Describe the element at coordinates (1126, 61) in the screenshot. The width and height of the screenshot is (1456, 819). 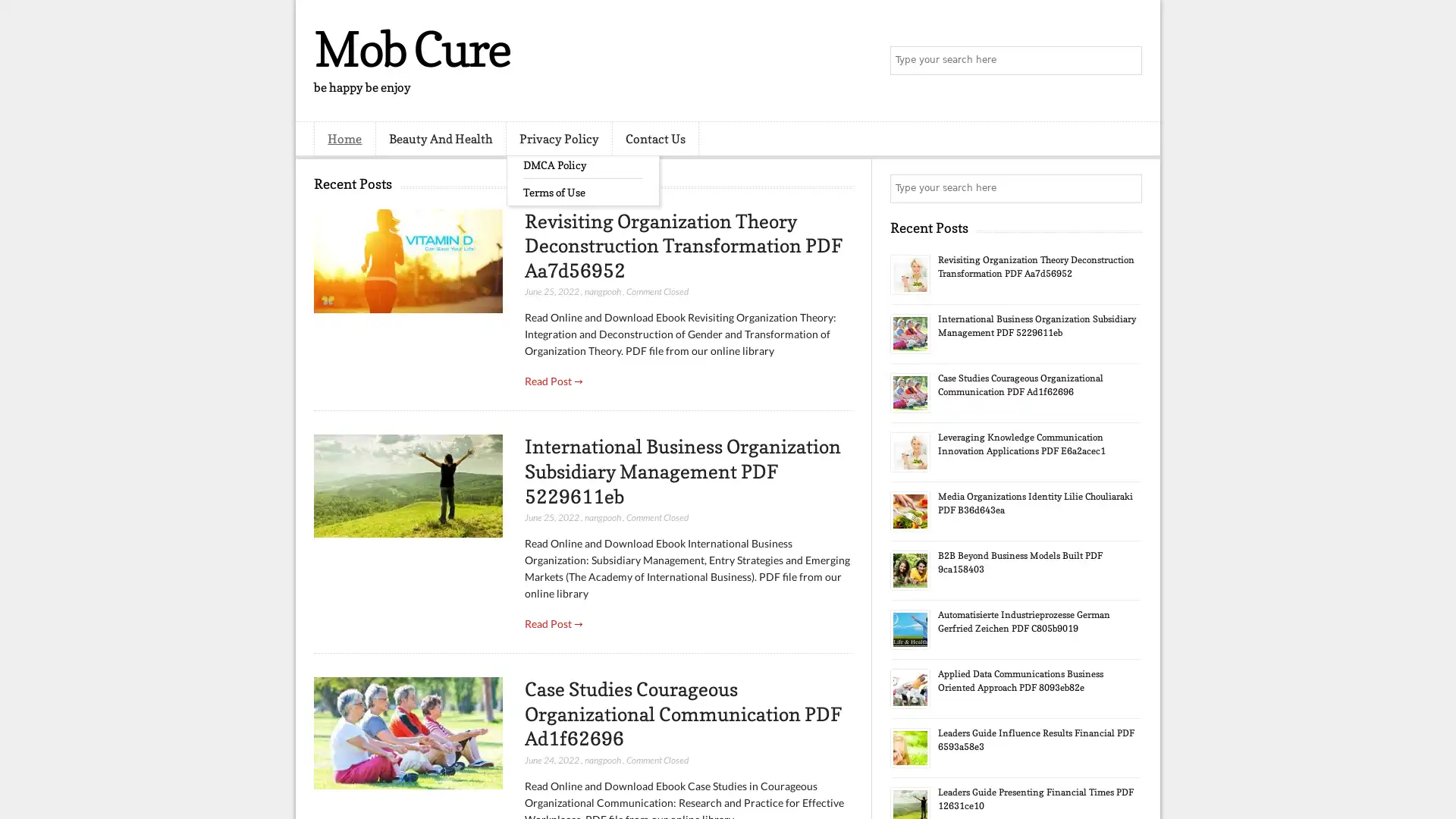
I see `Search` at that location.